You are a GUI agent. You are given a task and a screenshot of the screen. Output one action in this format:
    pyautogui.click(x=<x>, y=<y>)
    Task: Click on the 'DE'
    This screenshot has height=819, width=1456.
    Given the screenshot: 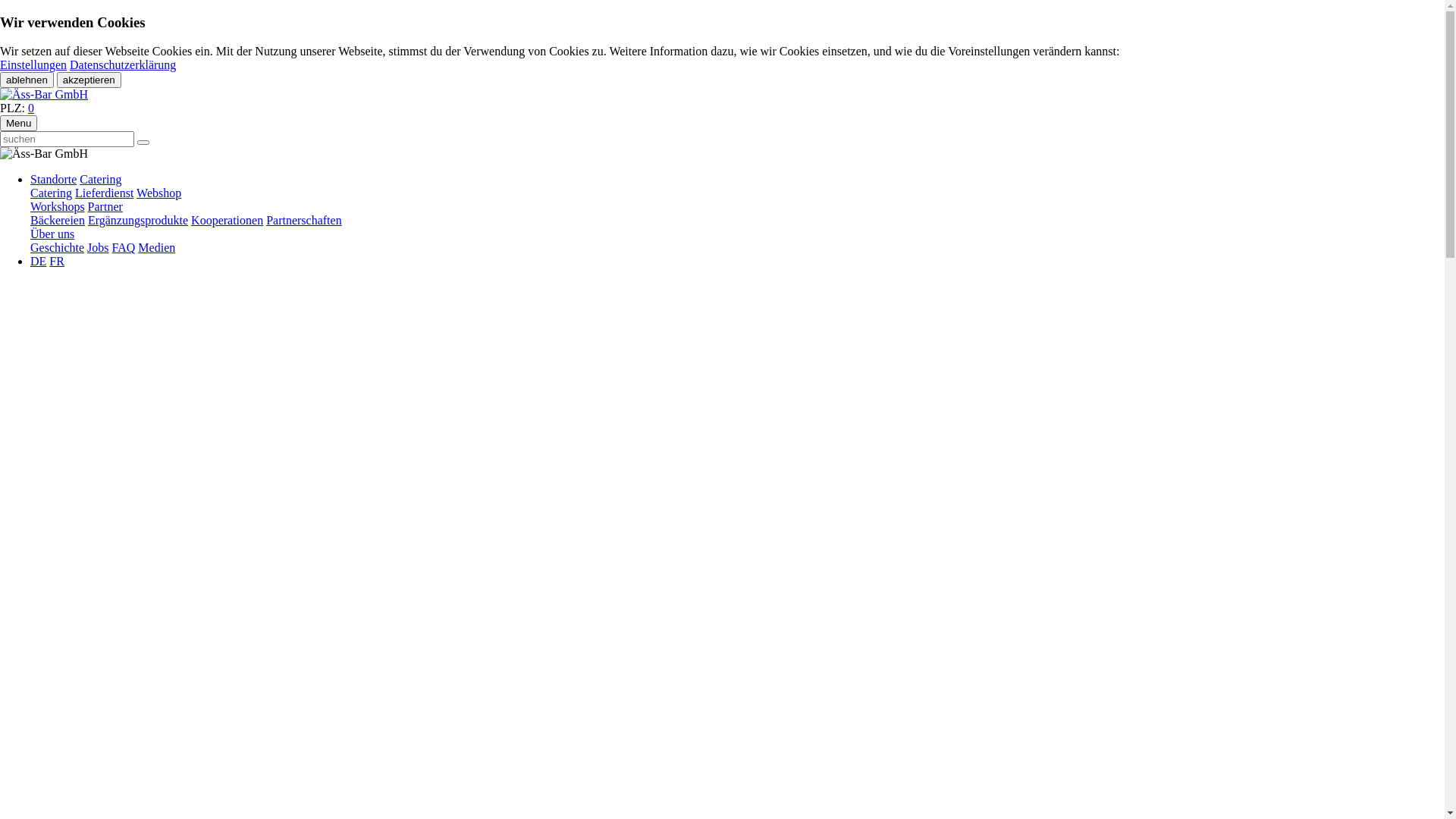 What is the action you would take?
    pyautogui.click(x=38, y=260)
    